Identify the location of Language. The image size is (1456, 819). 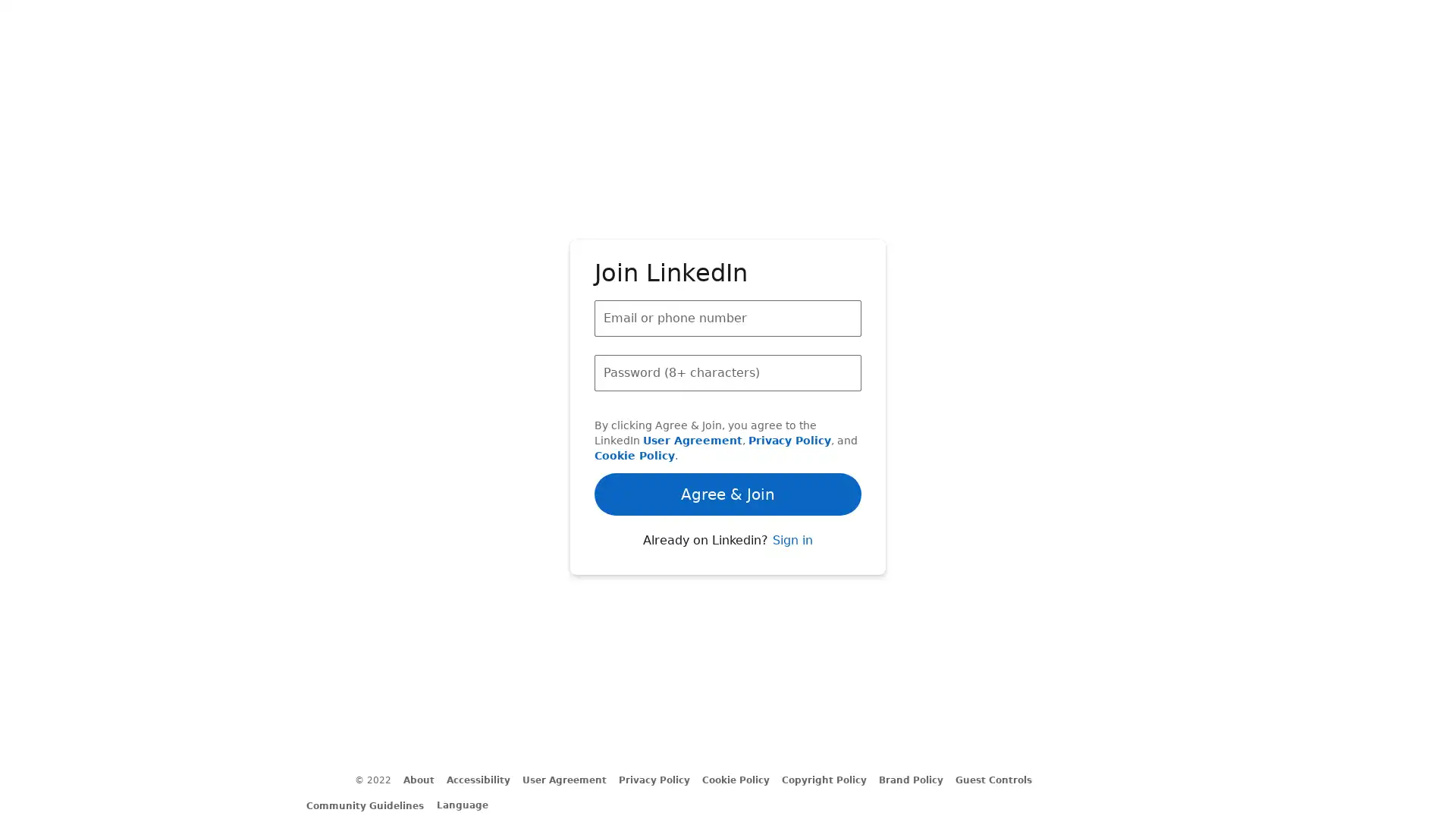
(469, 804).